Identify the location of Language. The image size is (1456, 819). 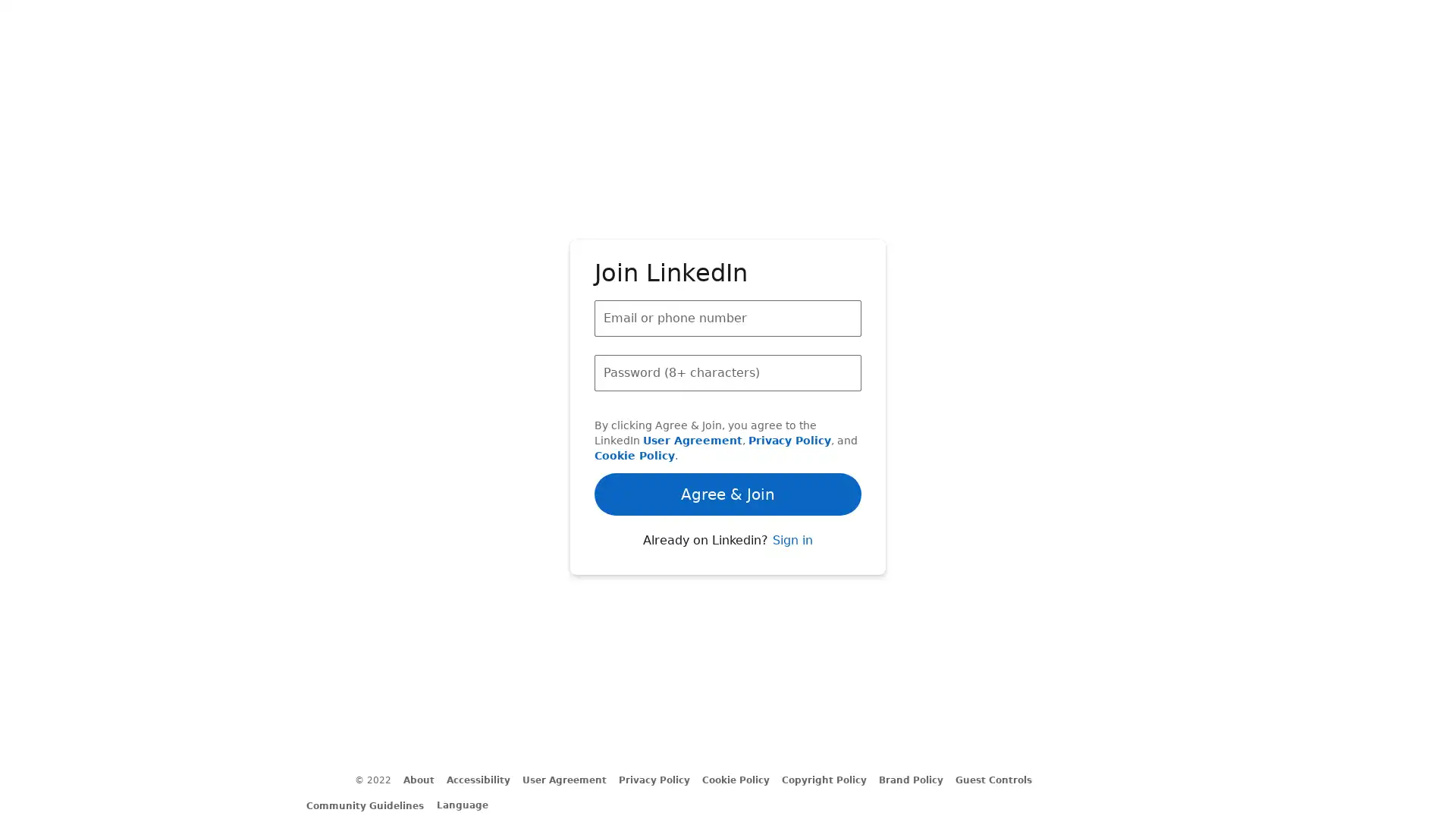
(469, 804).